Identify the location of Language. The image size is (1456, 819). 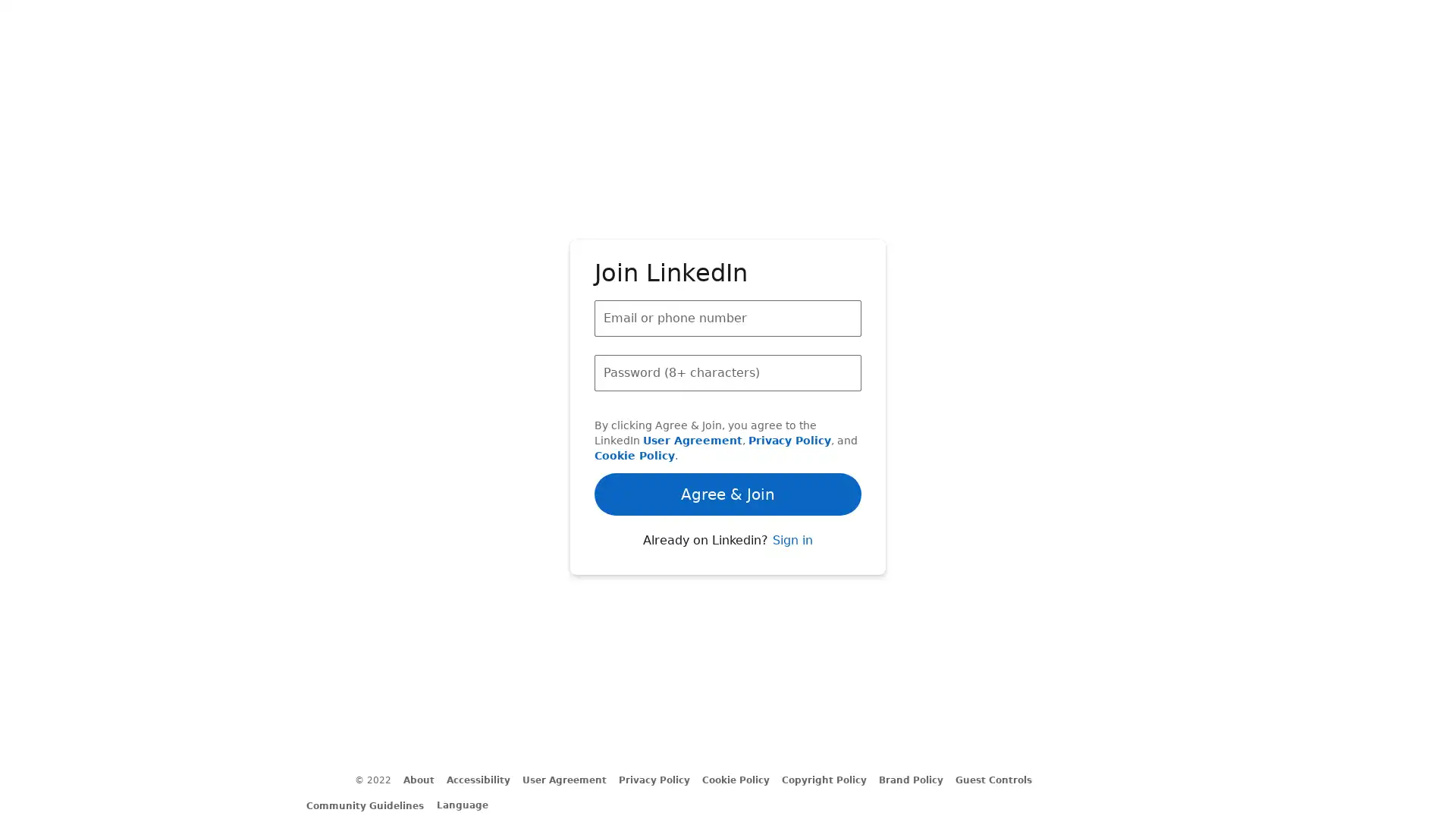
(469, 804).